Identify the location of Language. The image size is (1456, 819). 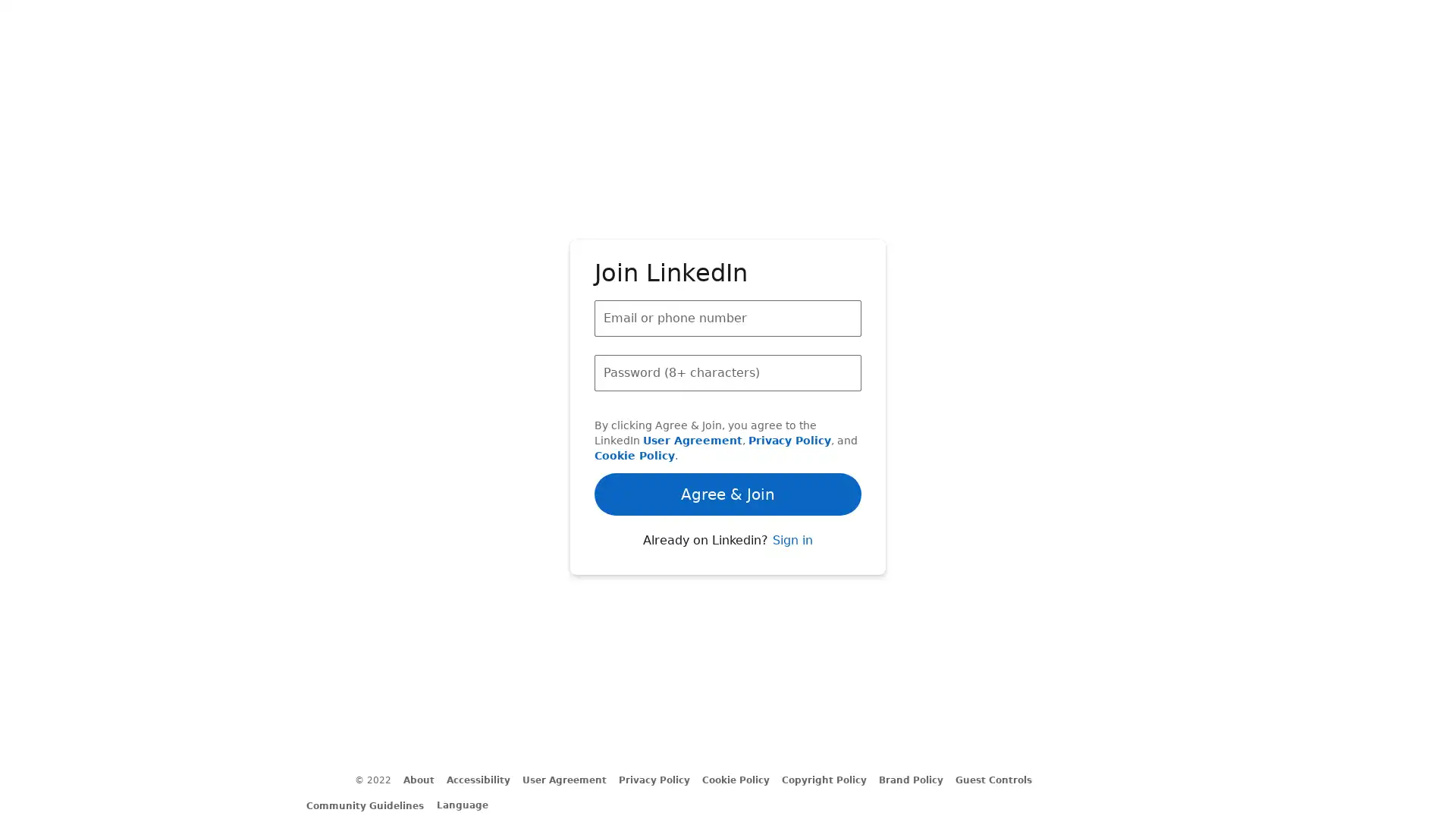
(469, 804).